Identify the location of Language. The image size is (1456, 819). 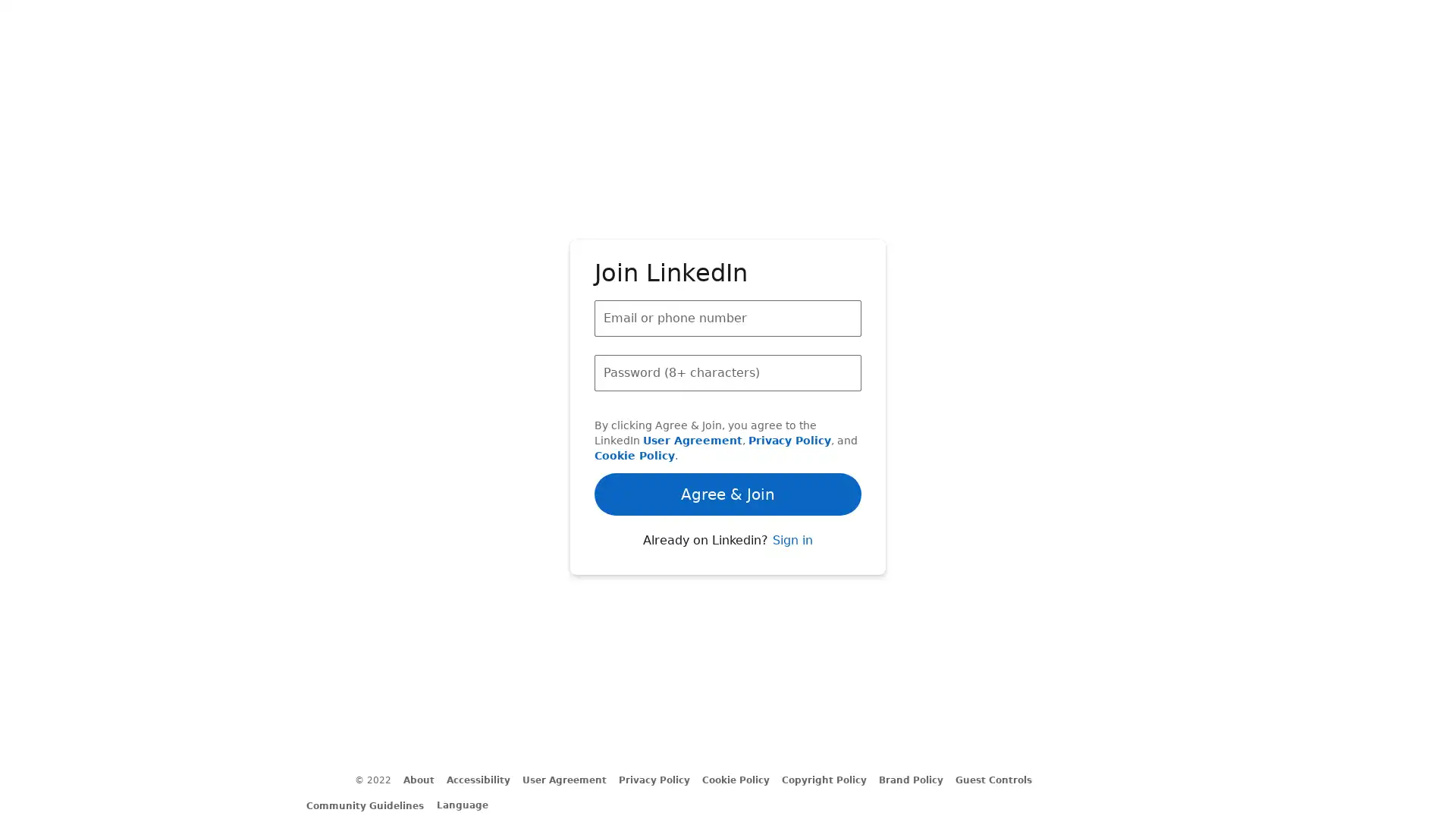
(469, 804).